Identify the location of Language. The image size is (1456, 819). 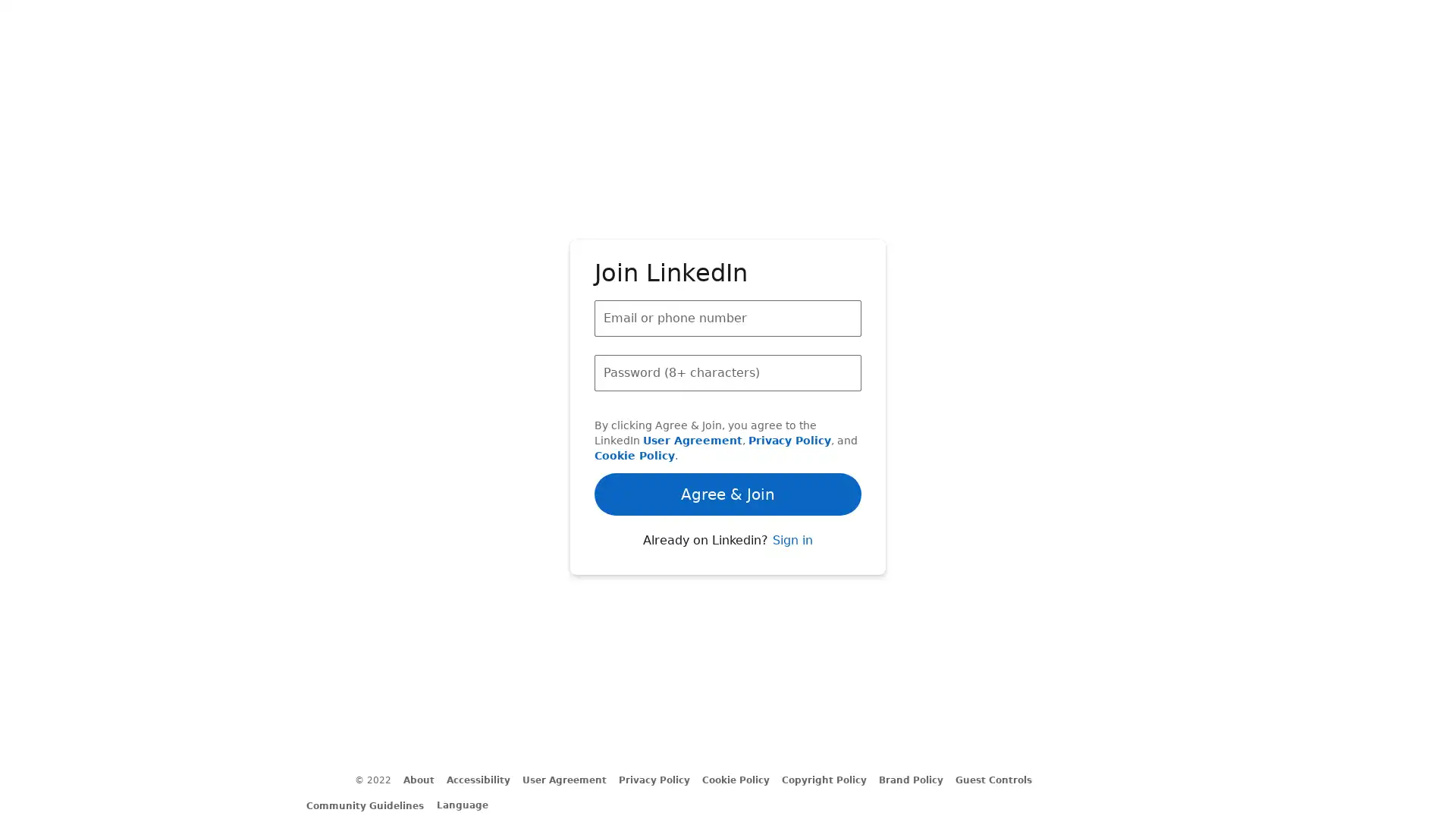
(469, 804).